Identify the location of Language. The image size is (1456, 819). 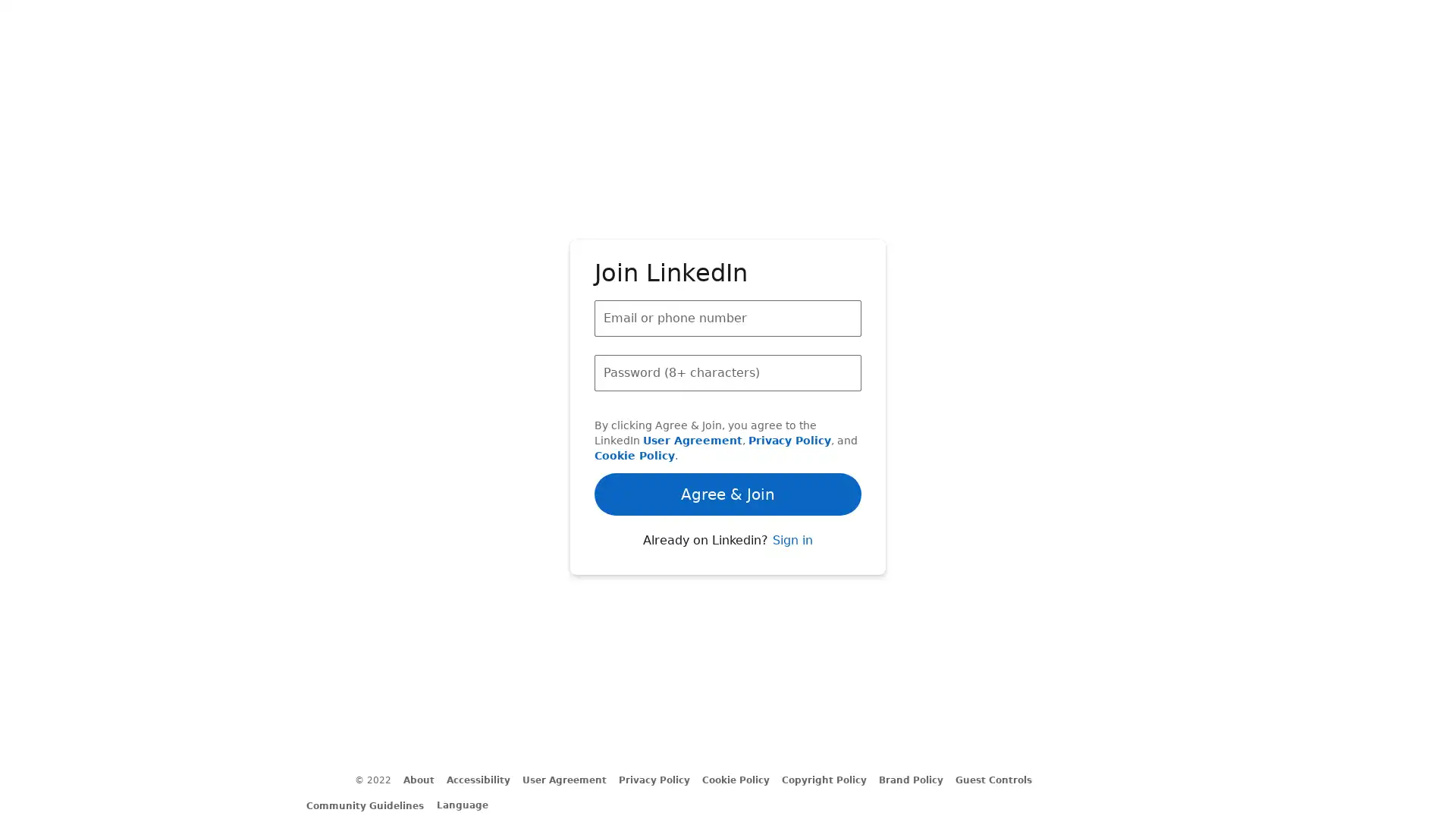
(469, 804).